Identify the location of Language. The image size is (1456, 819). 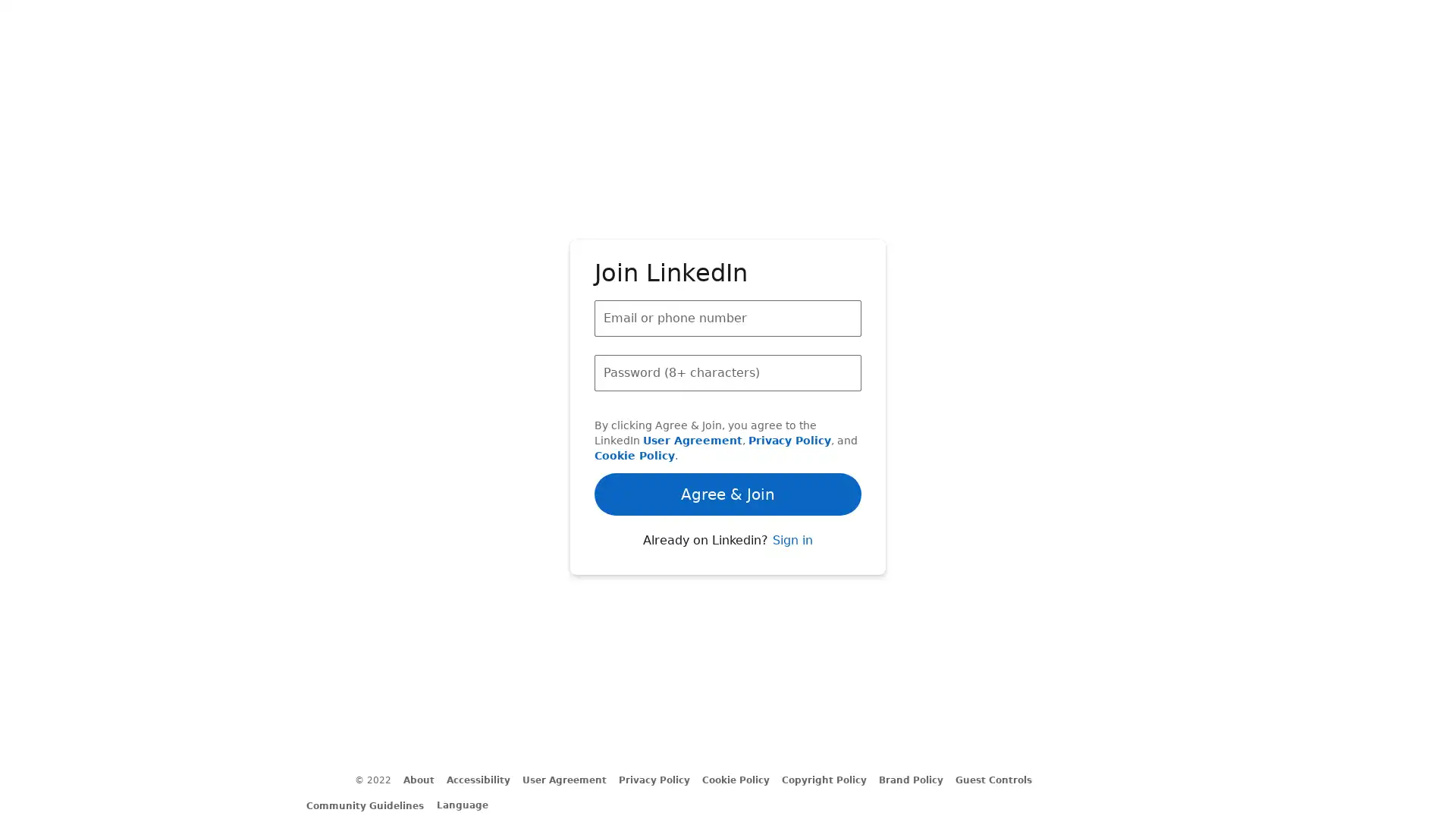
(469, 804).